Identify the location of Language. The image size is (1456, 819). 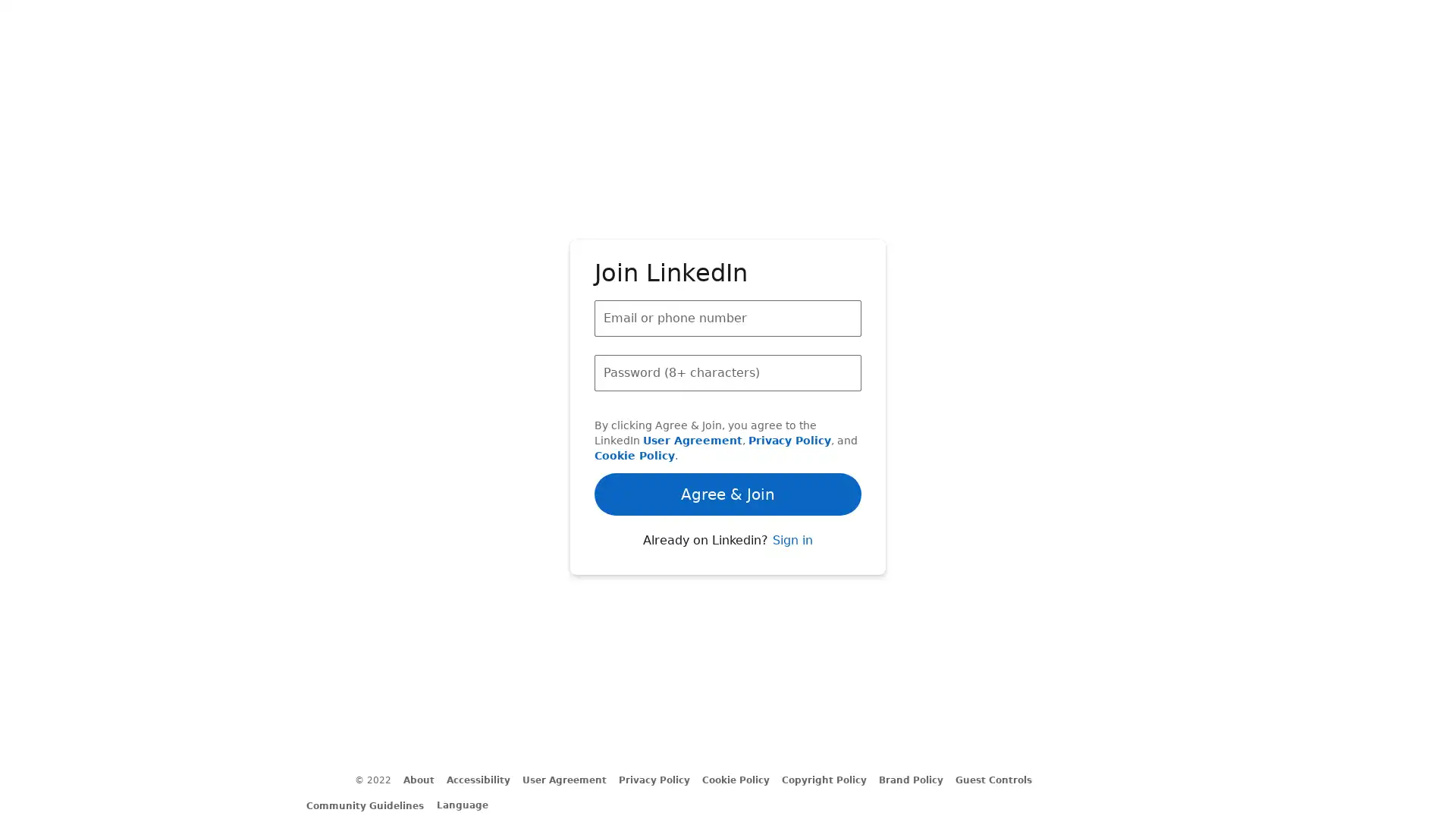
(469, 804).